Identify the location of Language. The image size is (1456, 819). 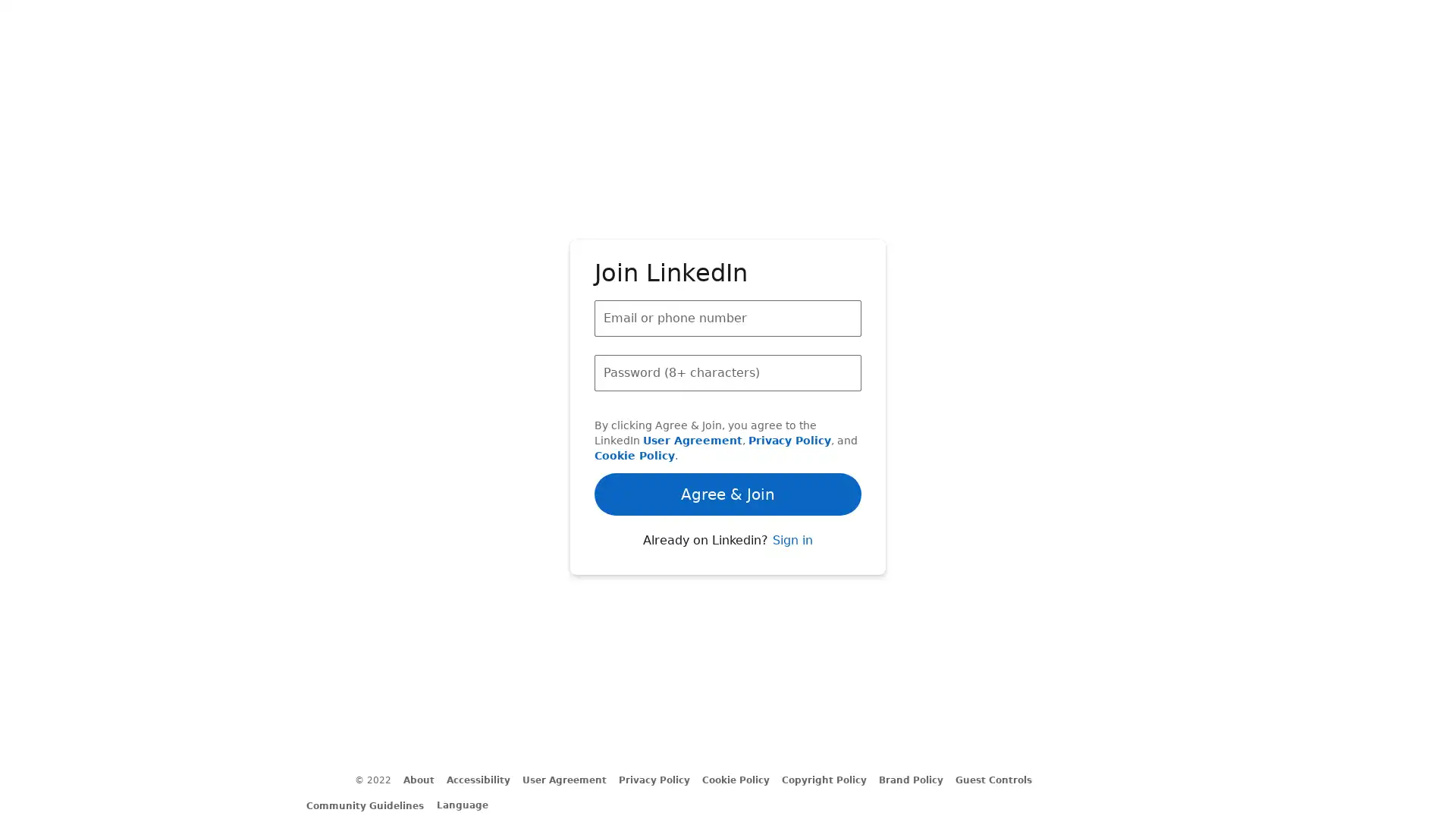
(469, 804).